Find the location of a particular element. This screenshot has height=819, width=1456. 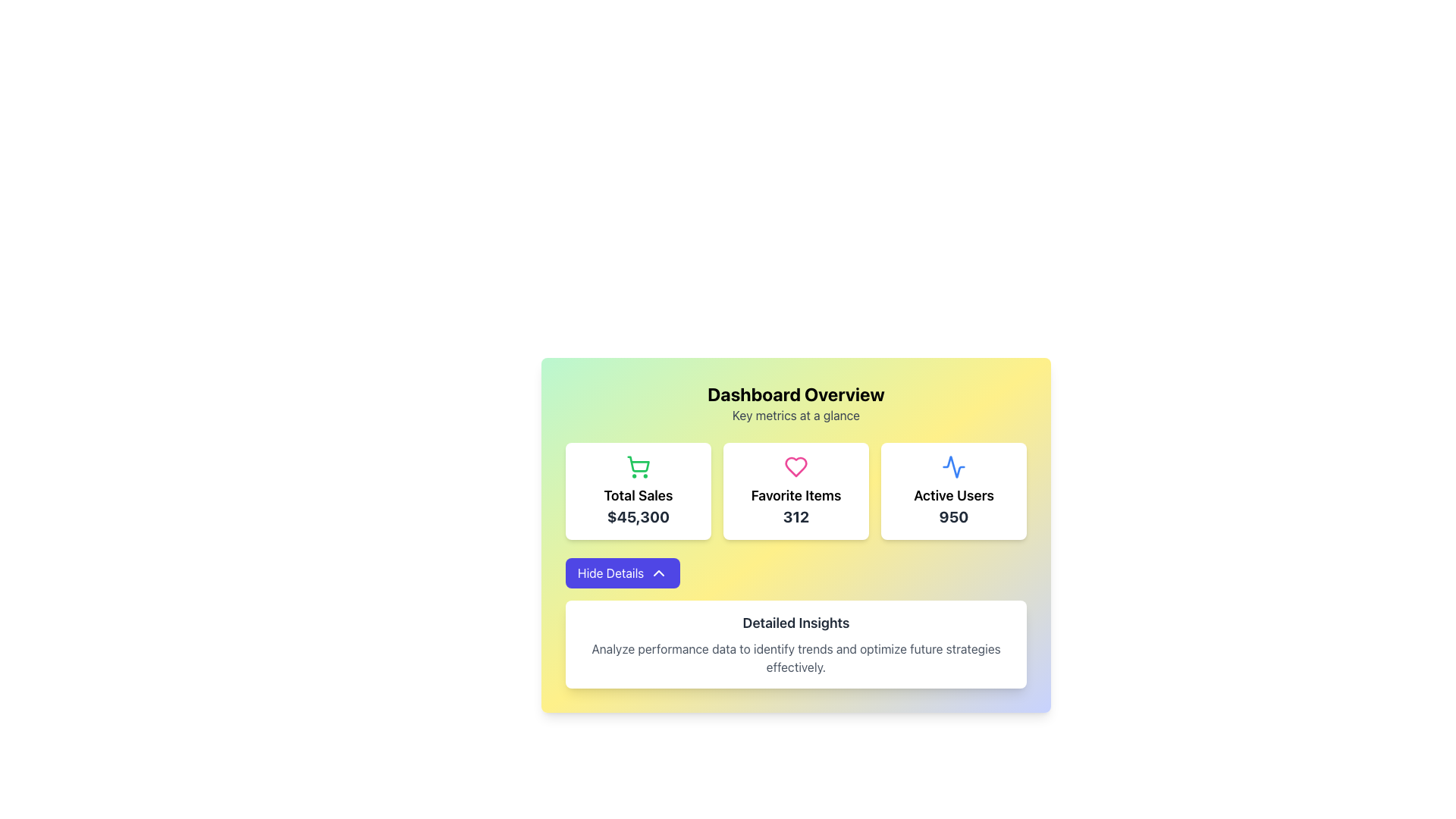

the activity icon located at the top of the 'Active Users' card, which is the third card in a row of three cards under the 'Dashboard Overview' heading is located at coordinates (952, 466).